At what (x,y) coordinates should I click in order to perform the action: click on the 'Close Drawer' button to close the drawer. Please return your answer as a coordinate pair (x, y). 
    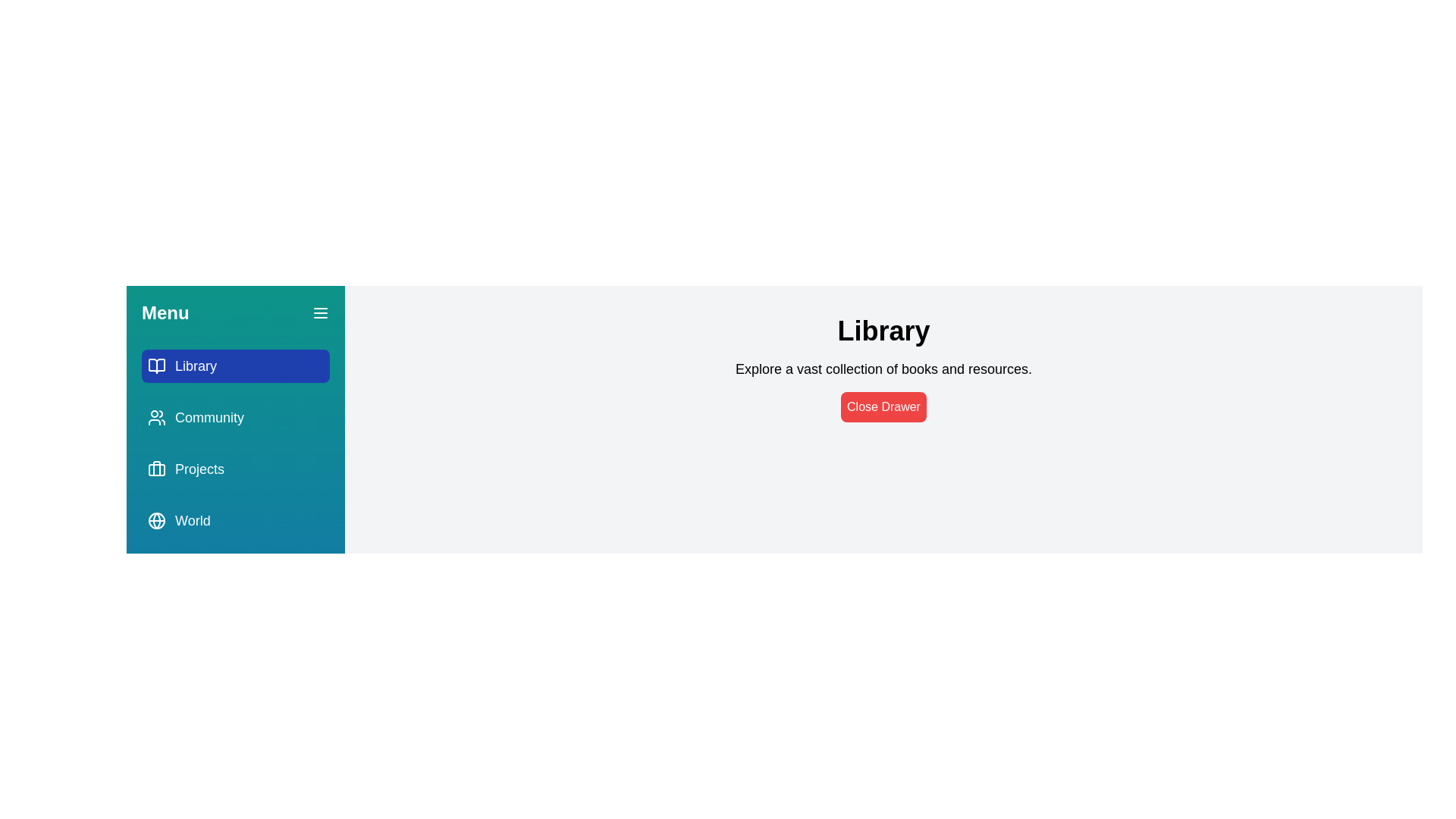
    Looking at the image, I should click on (883, 406).